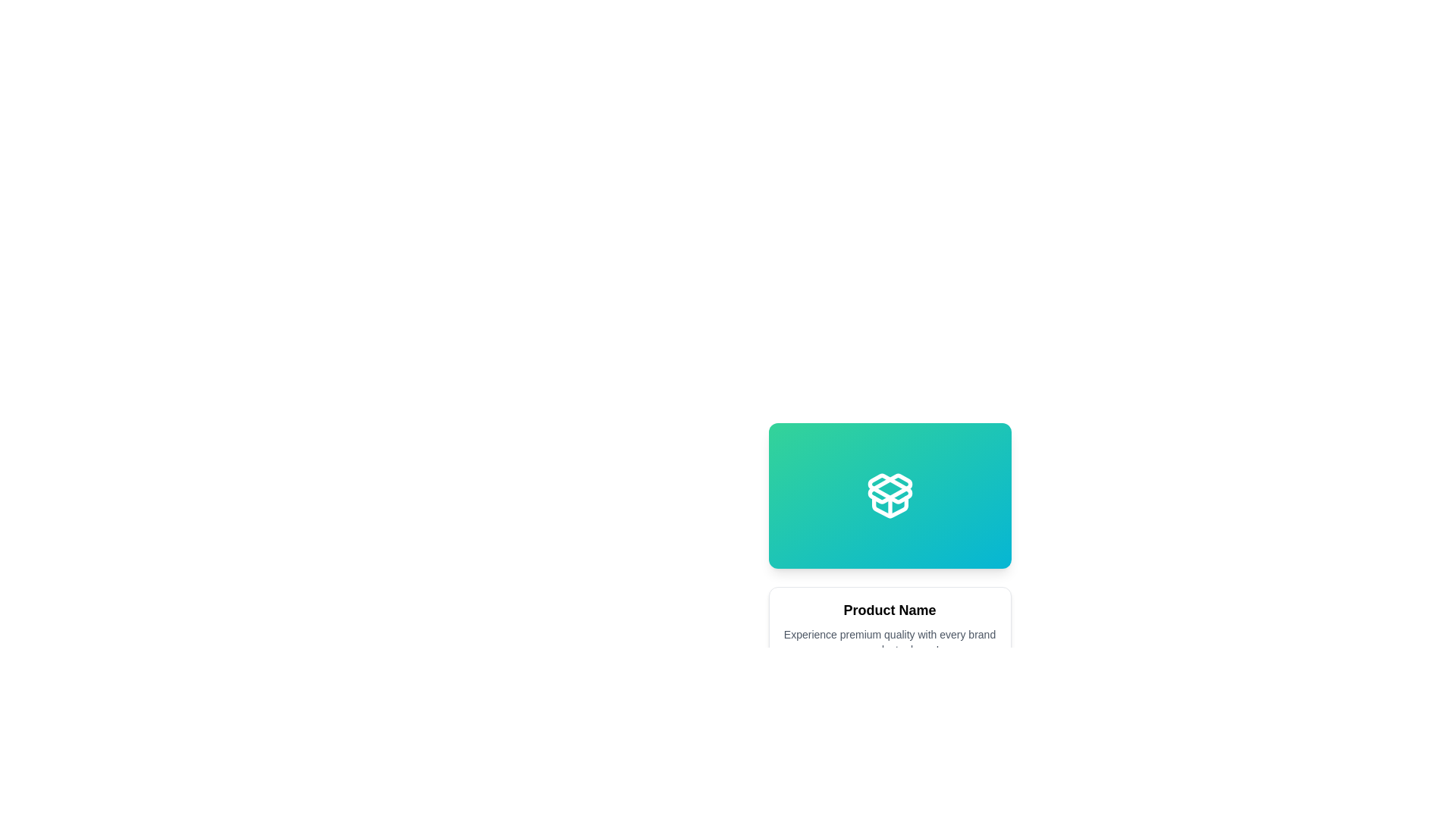 The height and width of the screenshot is (819, 1456). I want to click on the text block located below the 'Product Name' heading within the card structure, so click(890, 642).